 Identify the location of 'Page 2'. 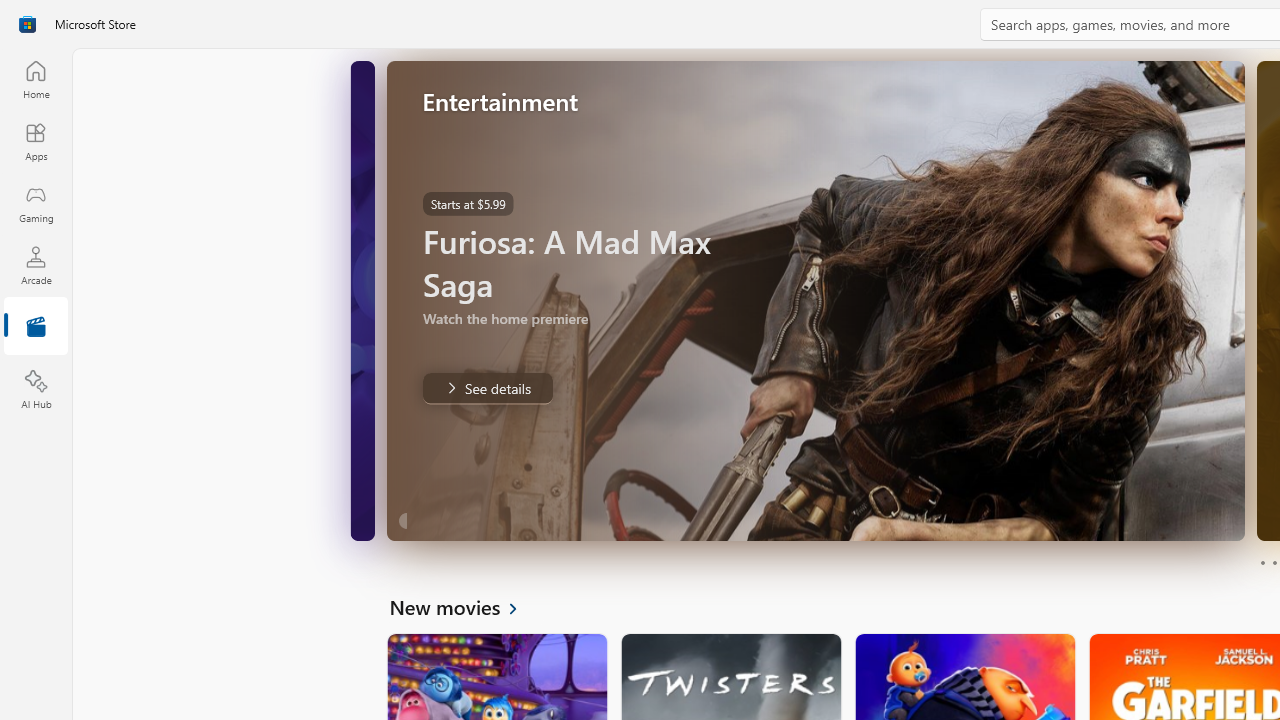
(1273, 563).